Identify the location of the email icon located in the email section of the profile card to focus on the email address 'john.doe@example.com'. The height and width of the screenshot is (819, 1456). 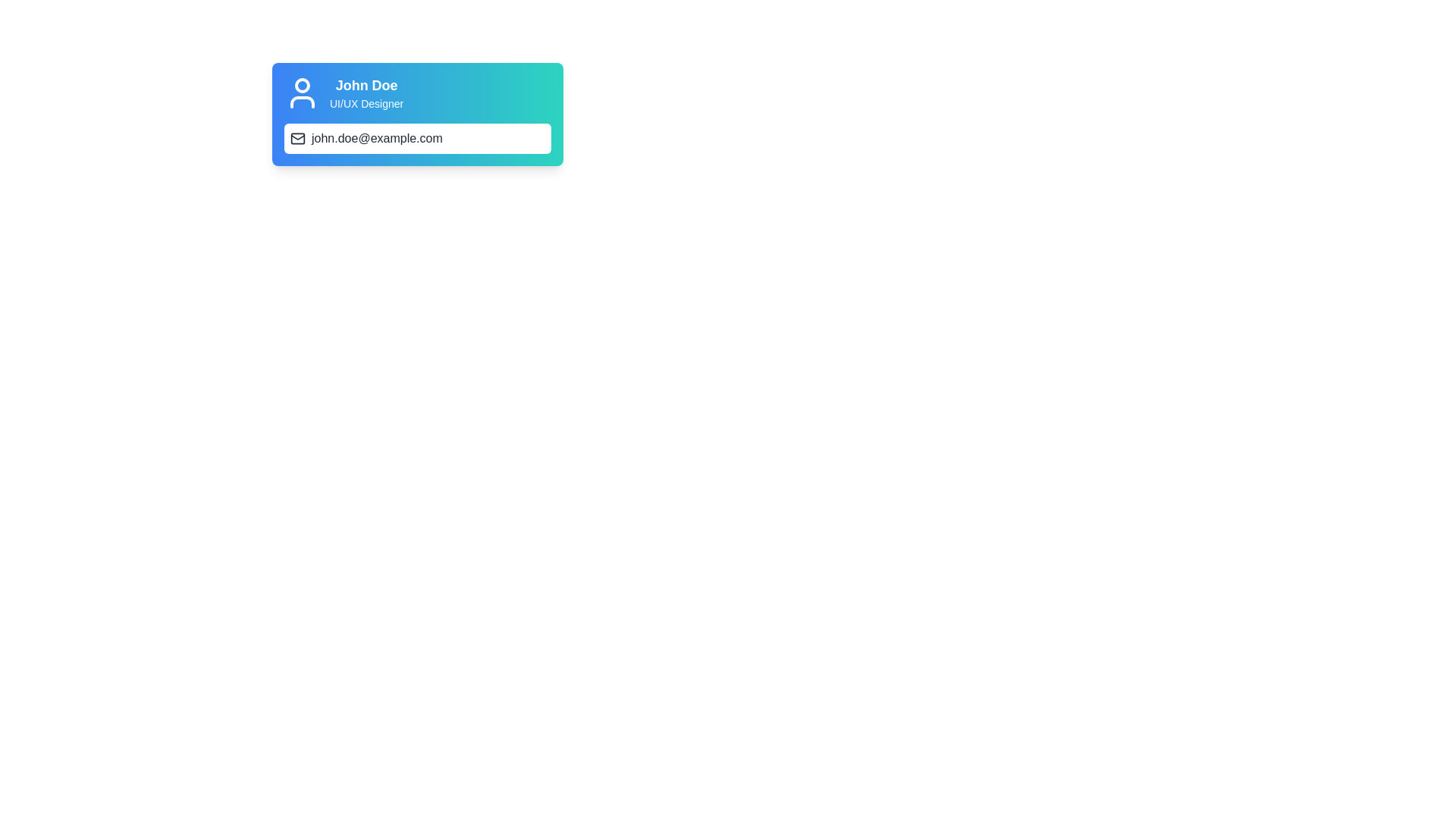
(298, 138).